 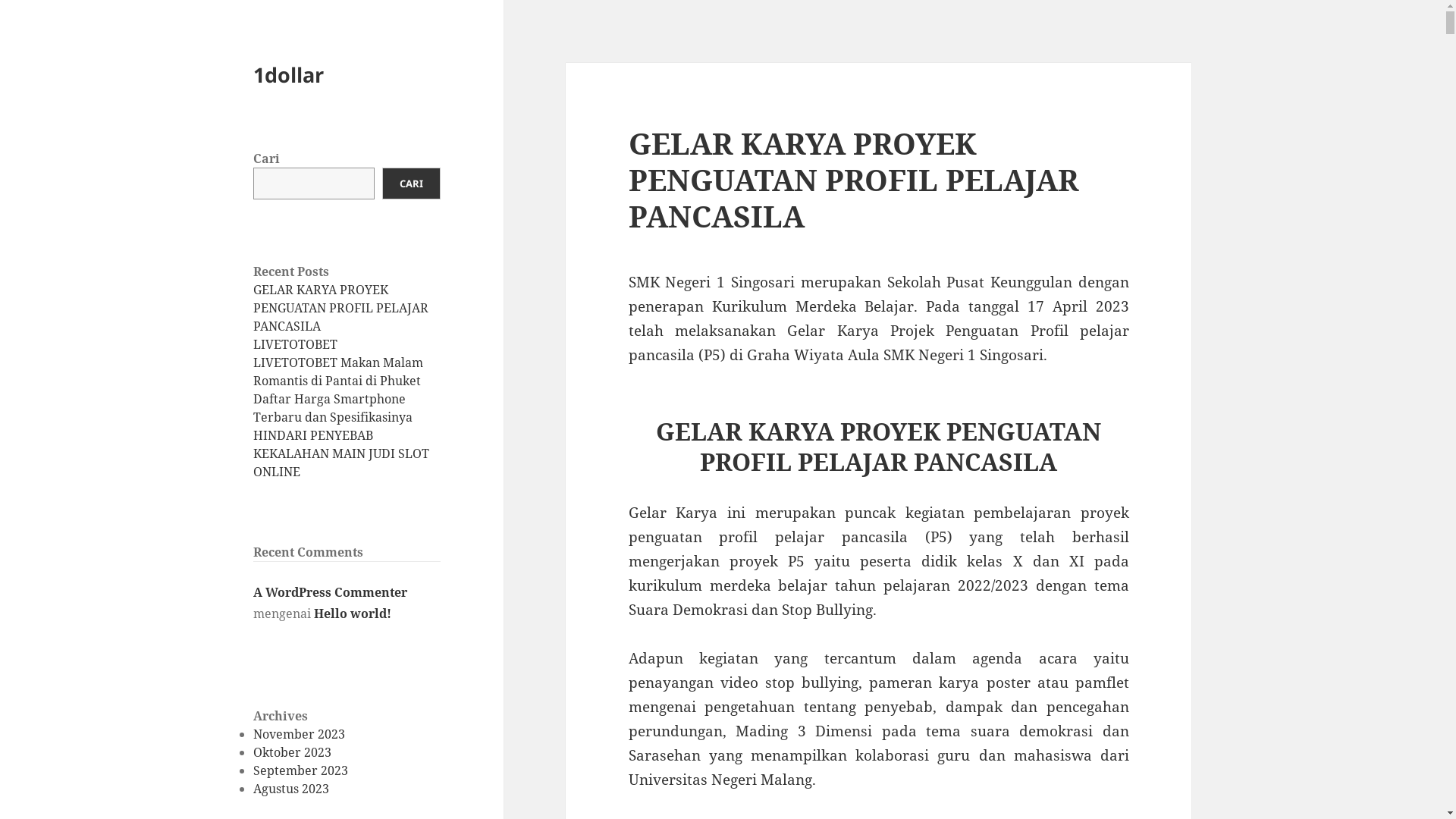 What do you see at coordinates (340, 307) in the screenshot?
I see `'GELAR KARYA PROYEK PENGUATAN PROFIL PELAJAR PANCASILA'` at bounding box center [340, 307].